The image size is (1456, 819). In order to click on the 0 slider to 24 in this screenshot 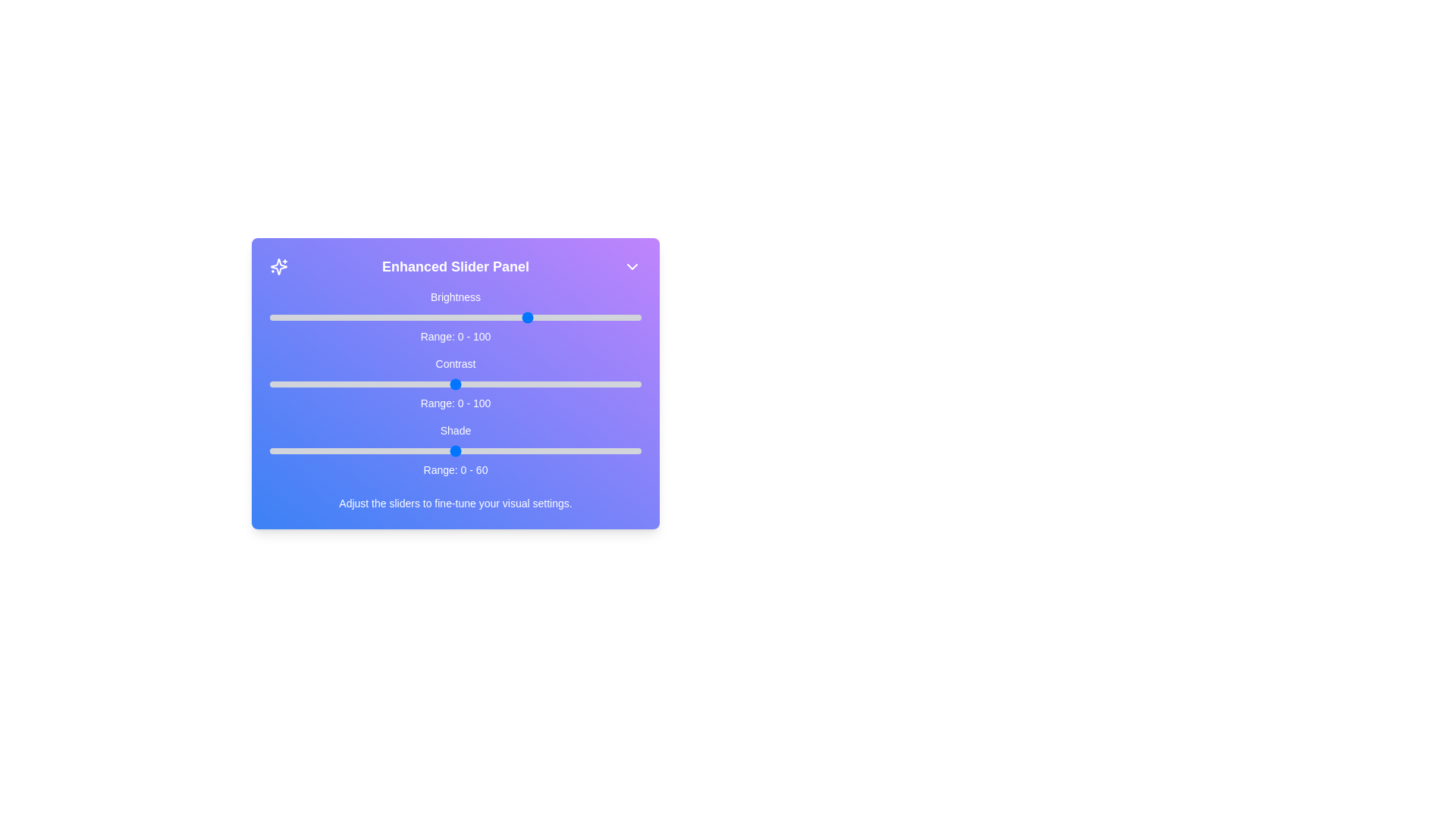, I will do `click(358, 317)`.